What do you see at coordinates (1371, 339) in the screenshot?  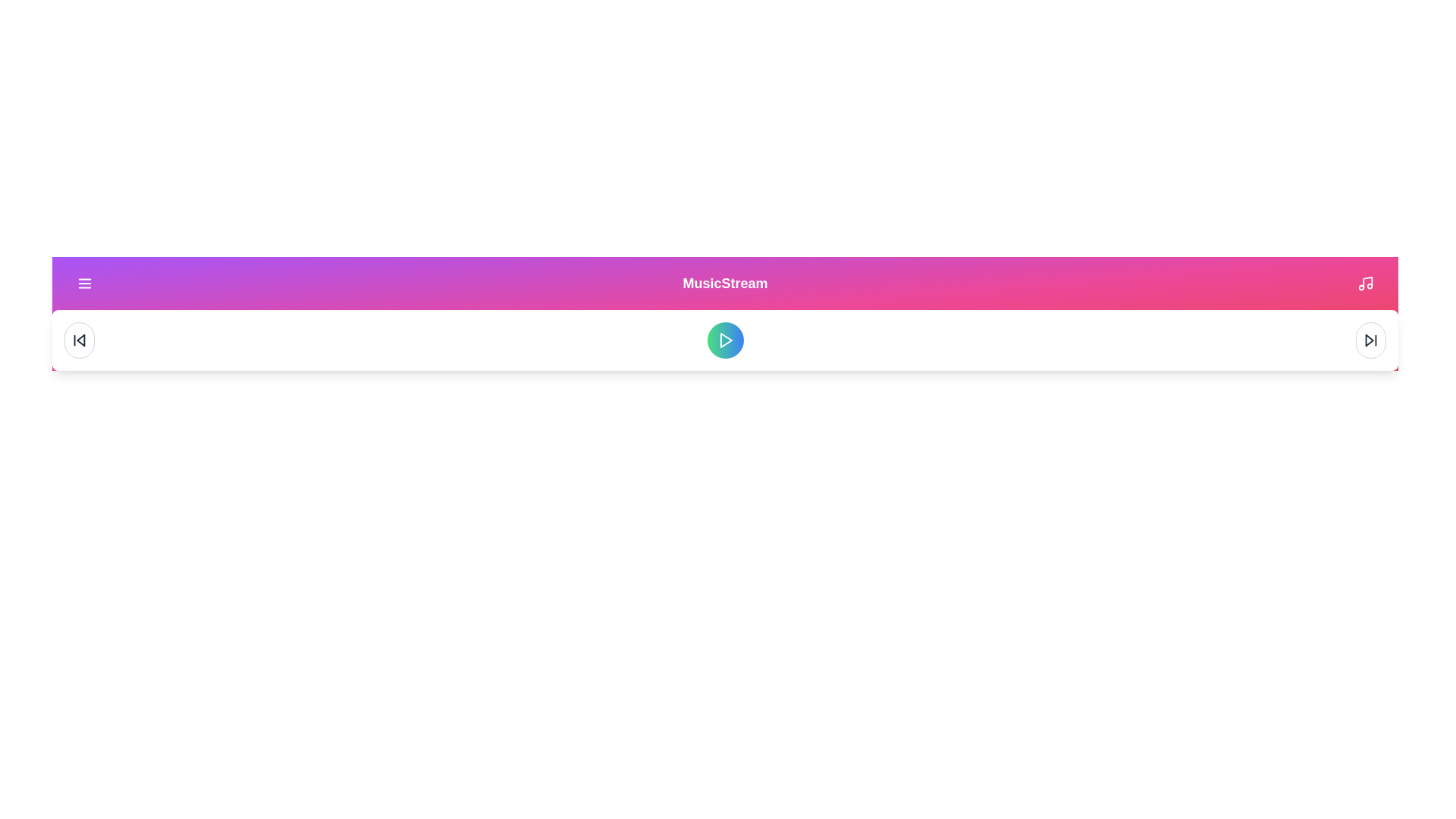 I see `the right arrow button to navigate to the next track` at bounding box center [1371, 339].